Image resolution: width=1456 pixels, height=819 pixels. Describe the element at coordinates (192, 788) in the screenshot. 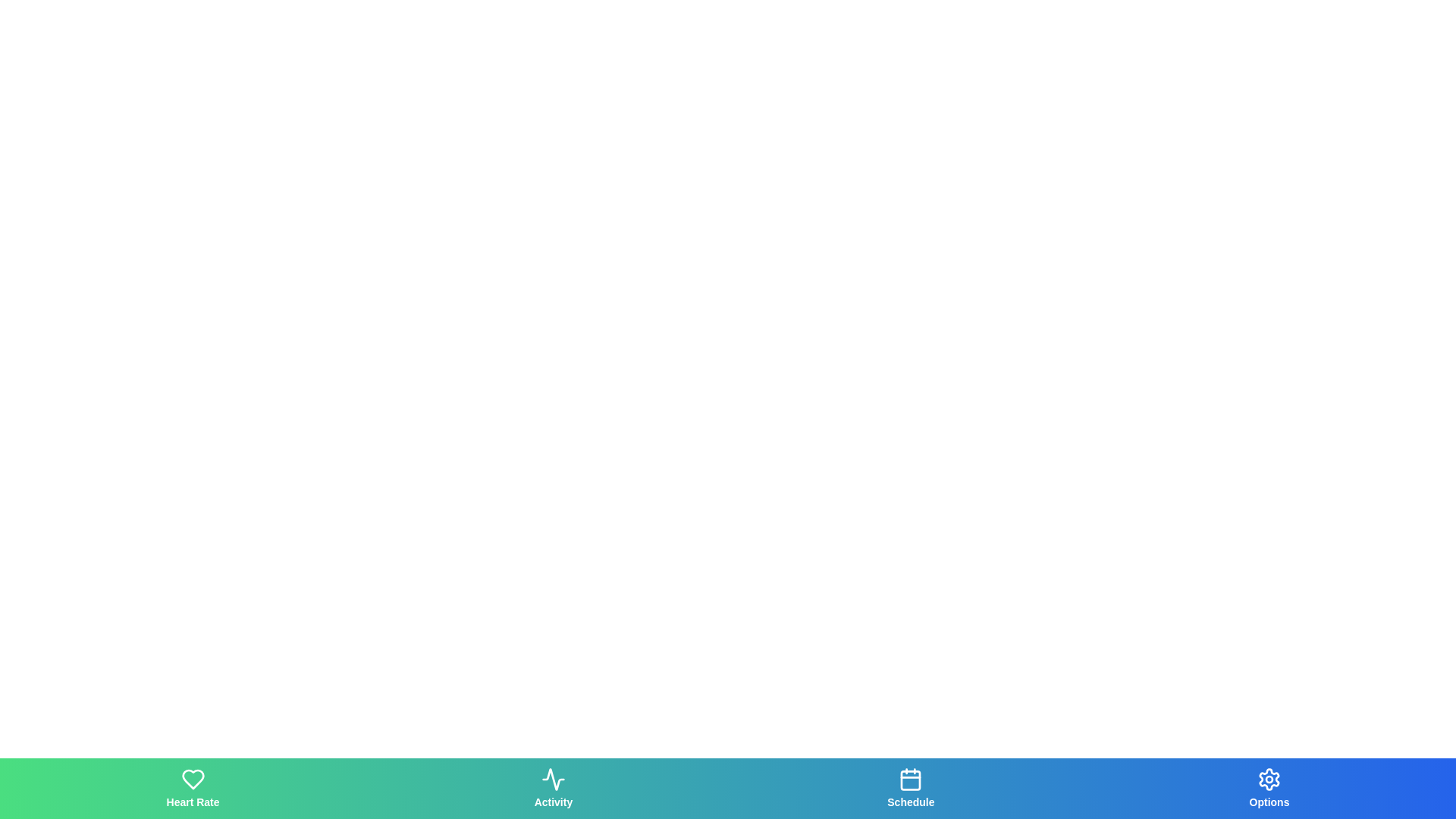

I see `the tab labeled Heart Rate to observe its hover effects` at that location.